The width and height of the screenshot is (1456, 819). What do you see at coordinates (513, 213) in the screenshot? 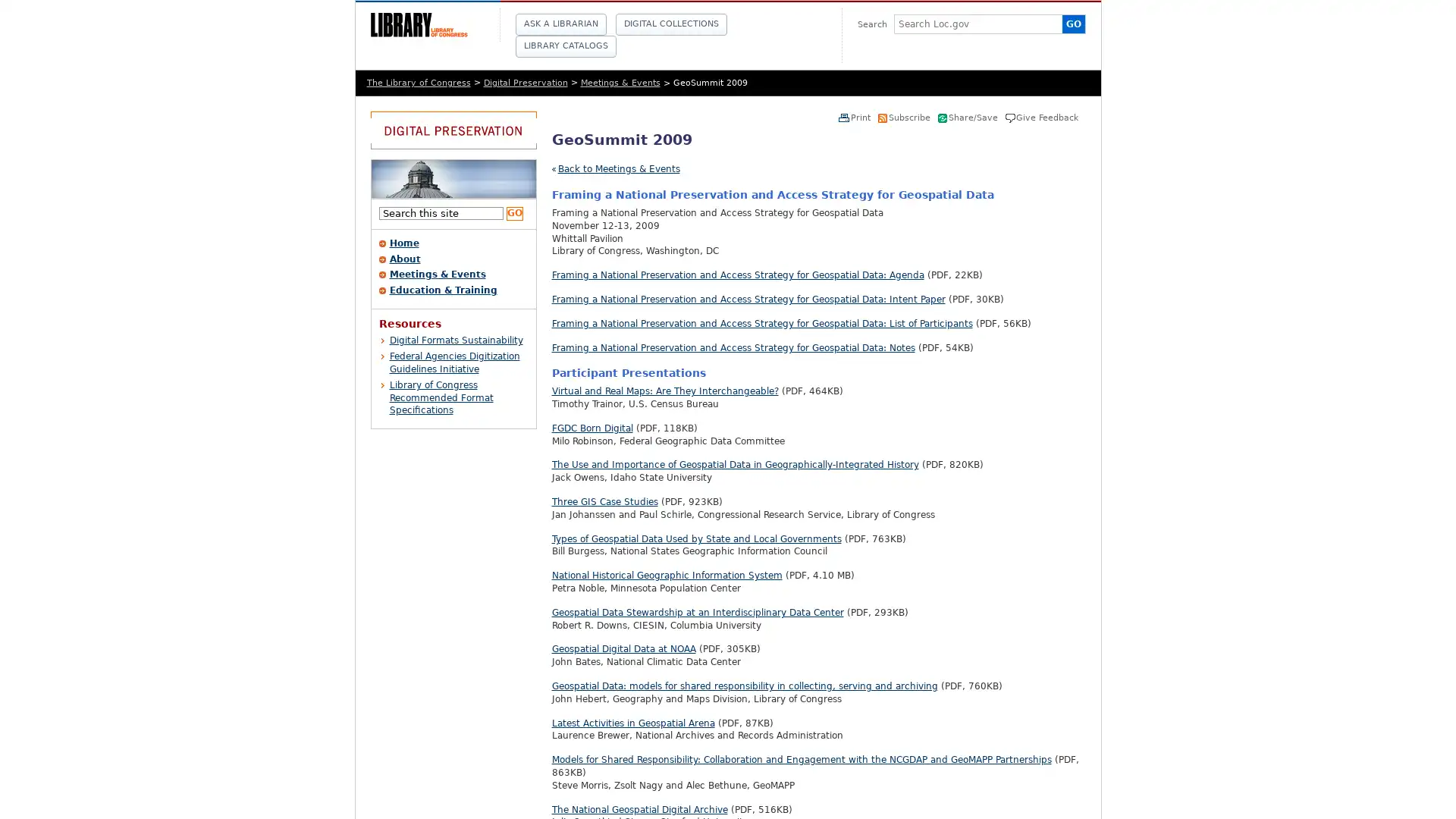
I see `GO` at bounding box center [513, 213].